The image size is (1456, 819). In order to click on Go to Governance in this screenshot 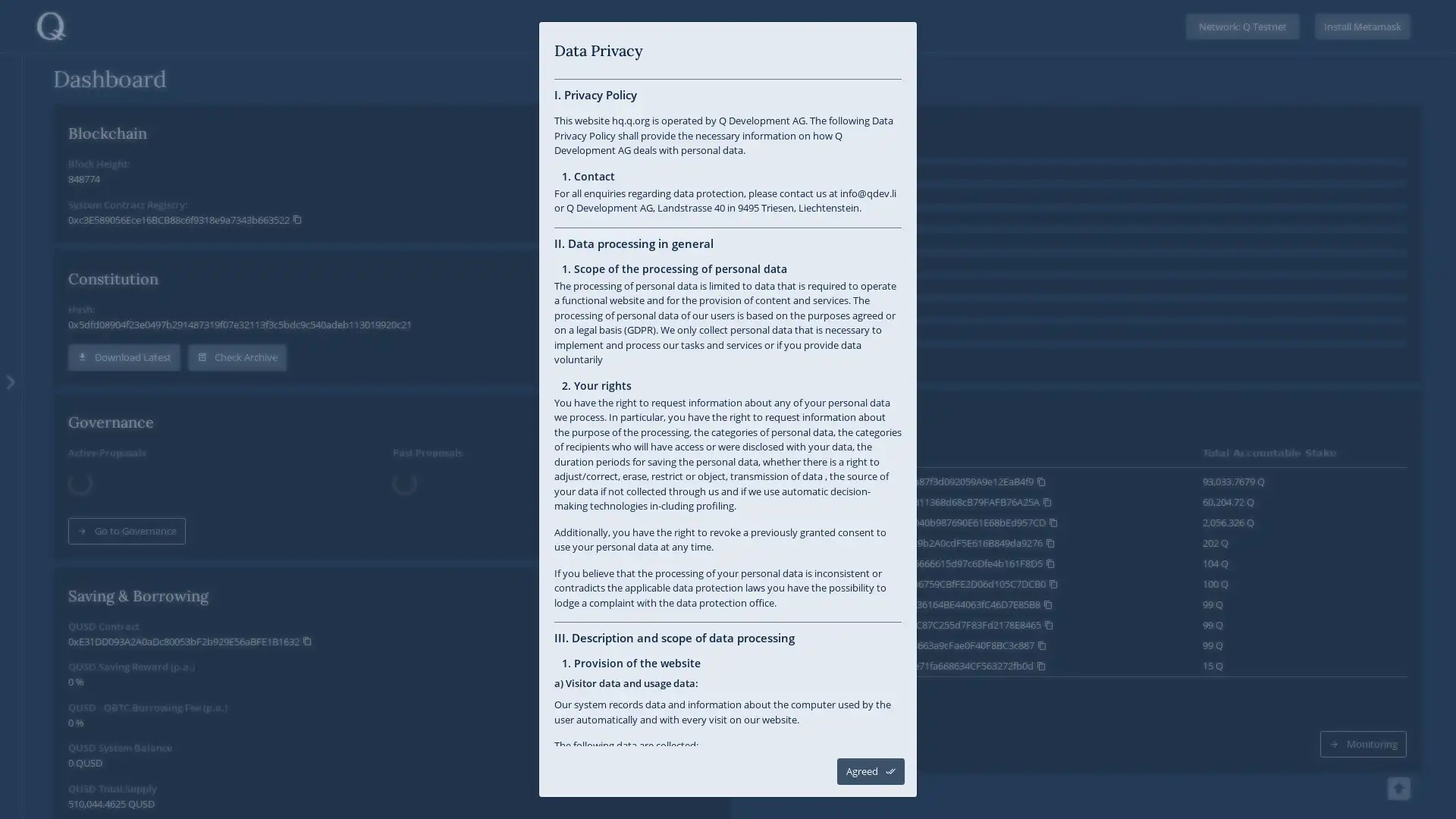, I will do `click(127, 511)`.